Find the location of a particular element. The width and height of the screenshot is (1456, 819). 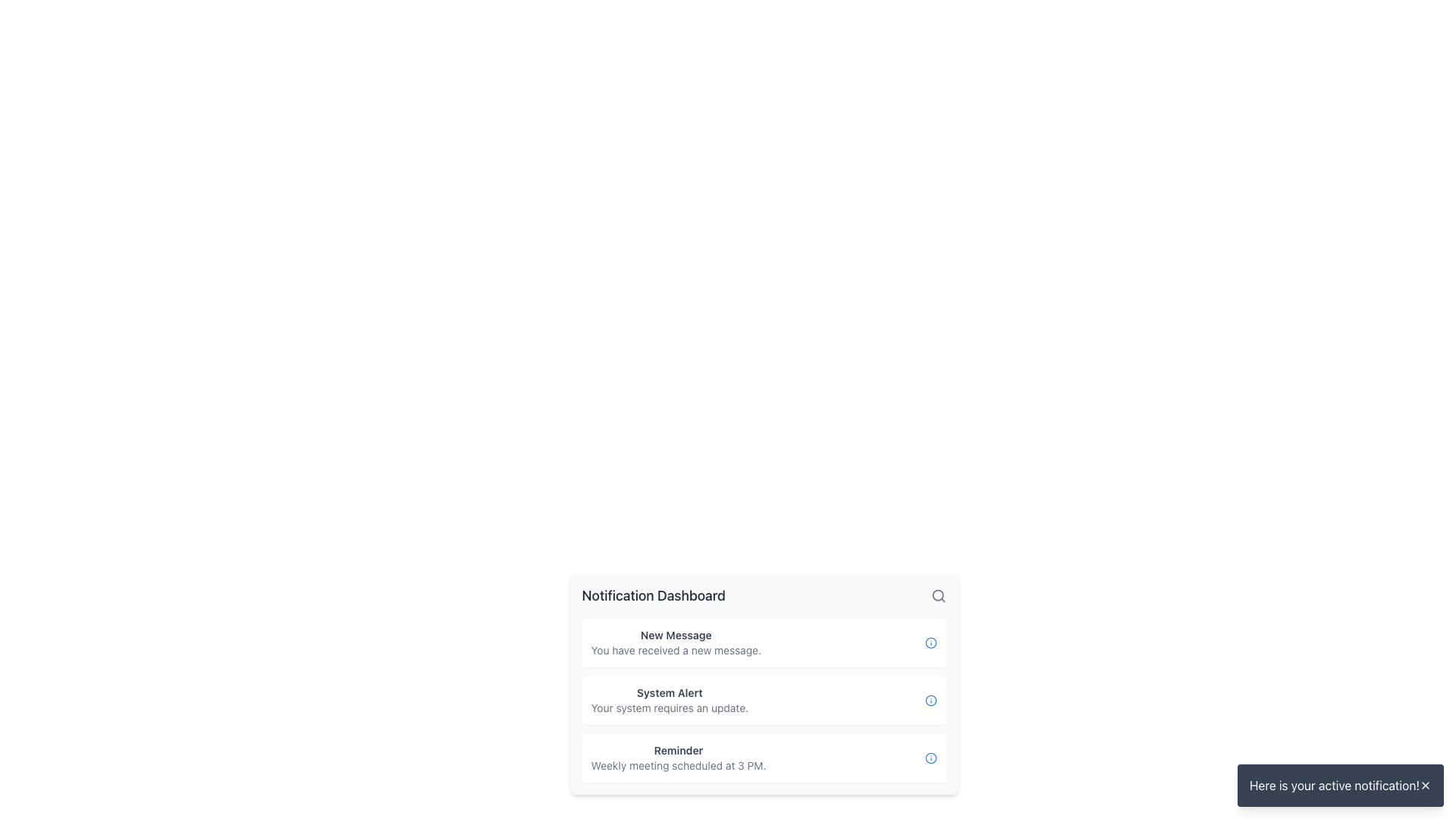

the text on the Title bar of the notification panel to identify its purpose is located at coordinates (764, 595).